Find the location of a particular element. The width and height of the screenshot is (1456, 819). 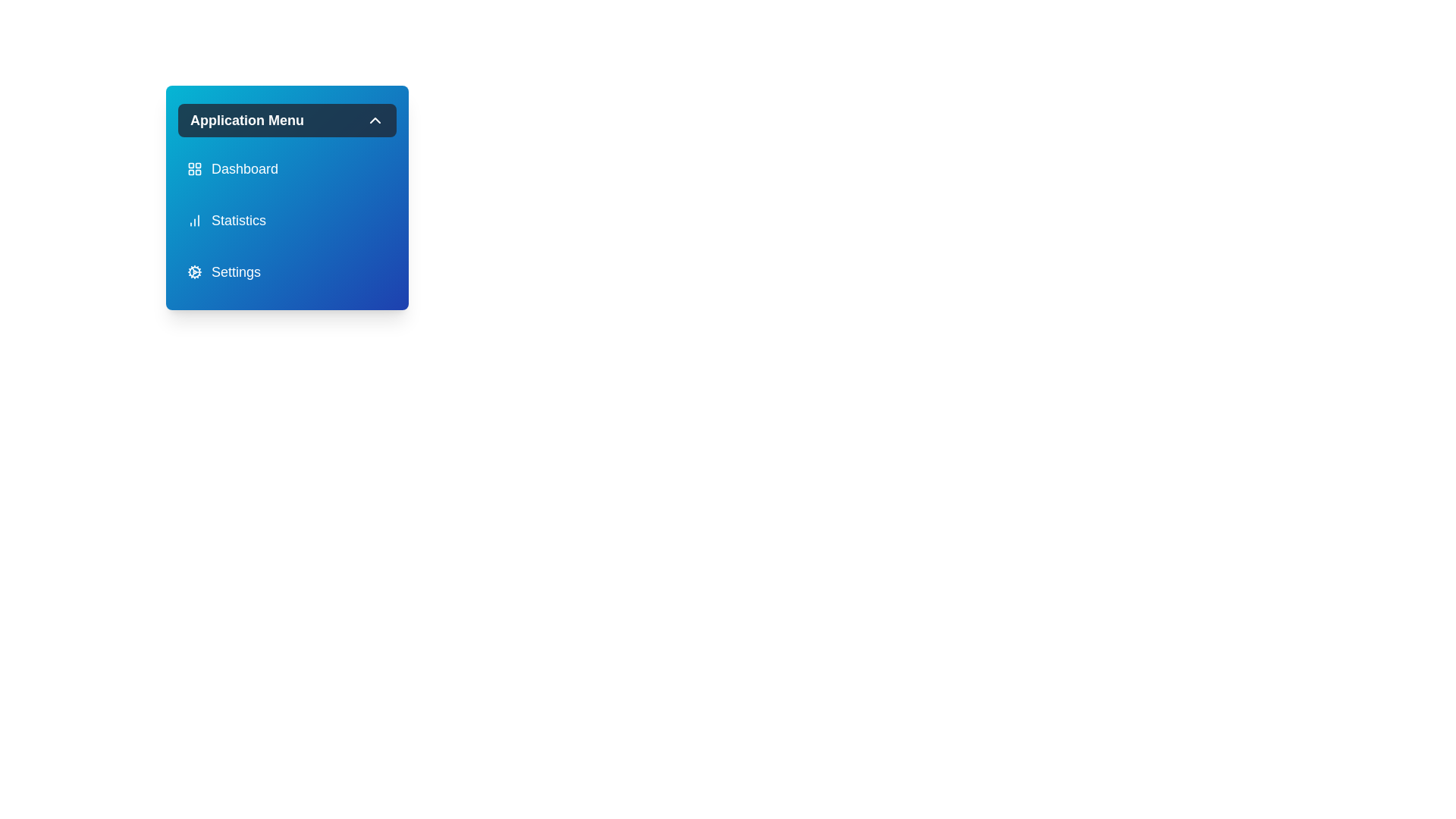

the menu item labeled Dashboard to select it is located at coordinates (287, 169).